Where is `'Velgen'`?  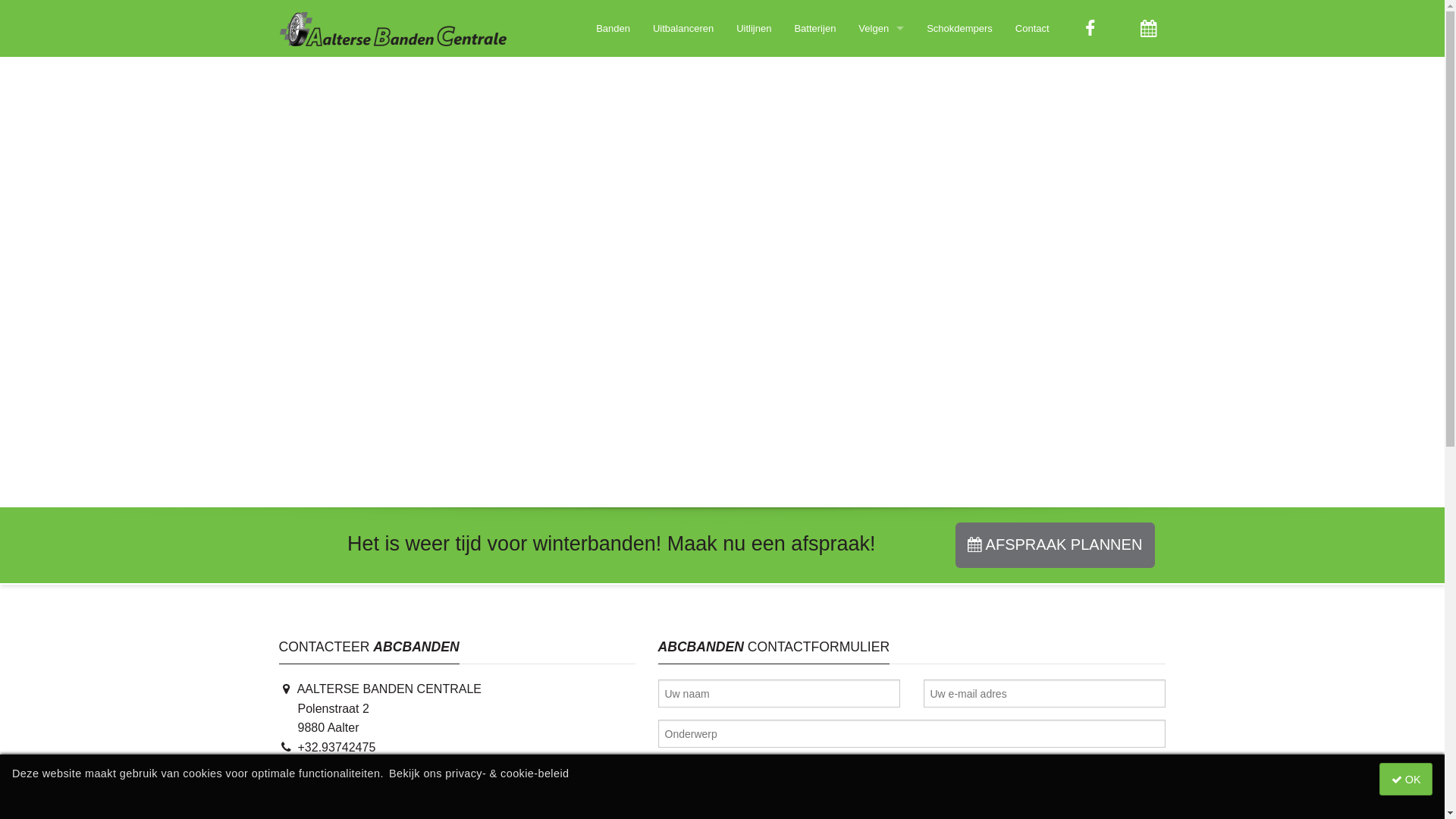 'Velgen' is located at coordinates (880, 28).